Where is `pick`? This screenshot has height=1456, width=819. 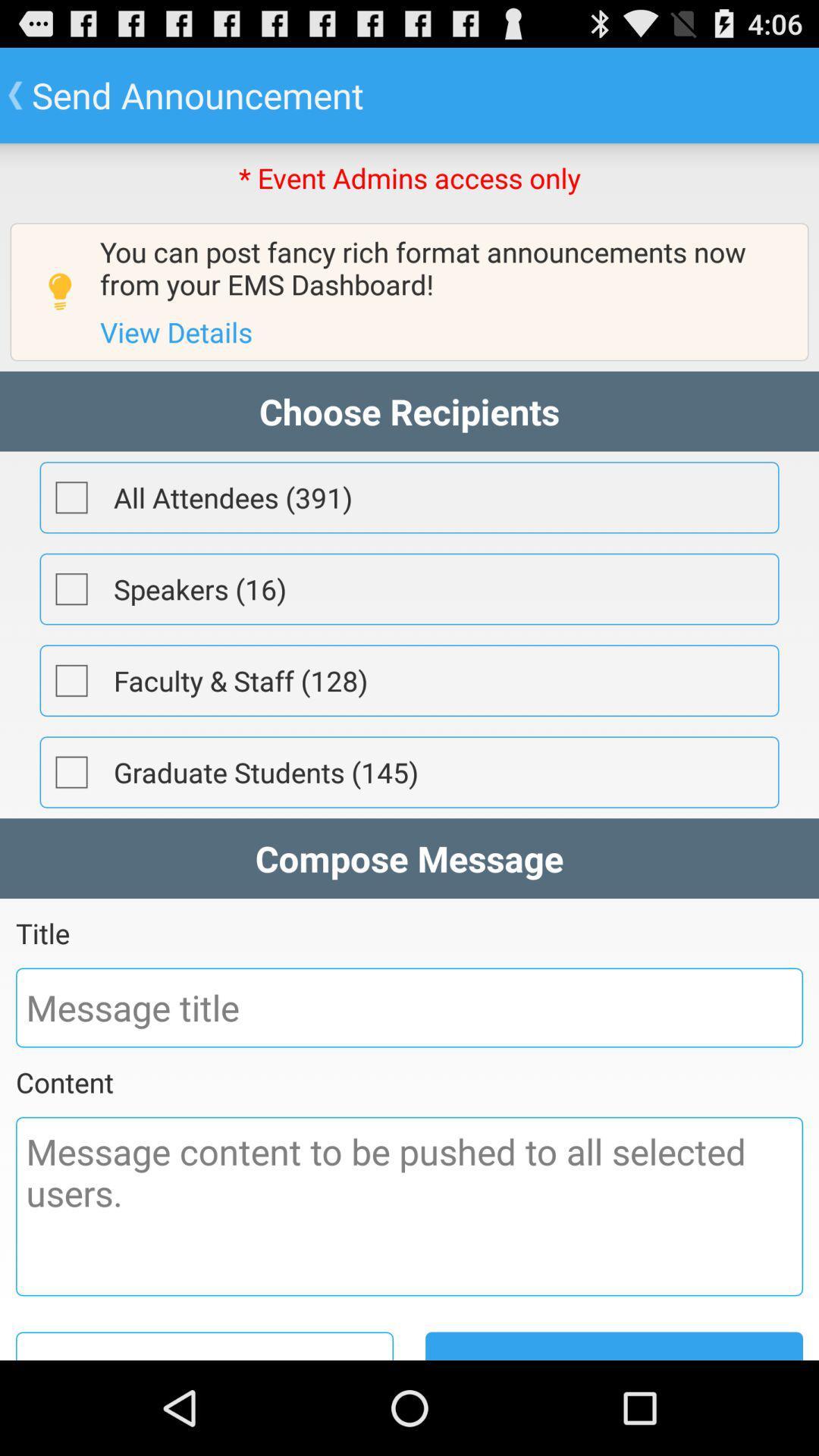 pick is located at coordinates (71, 497).